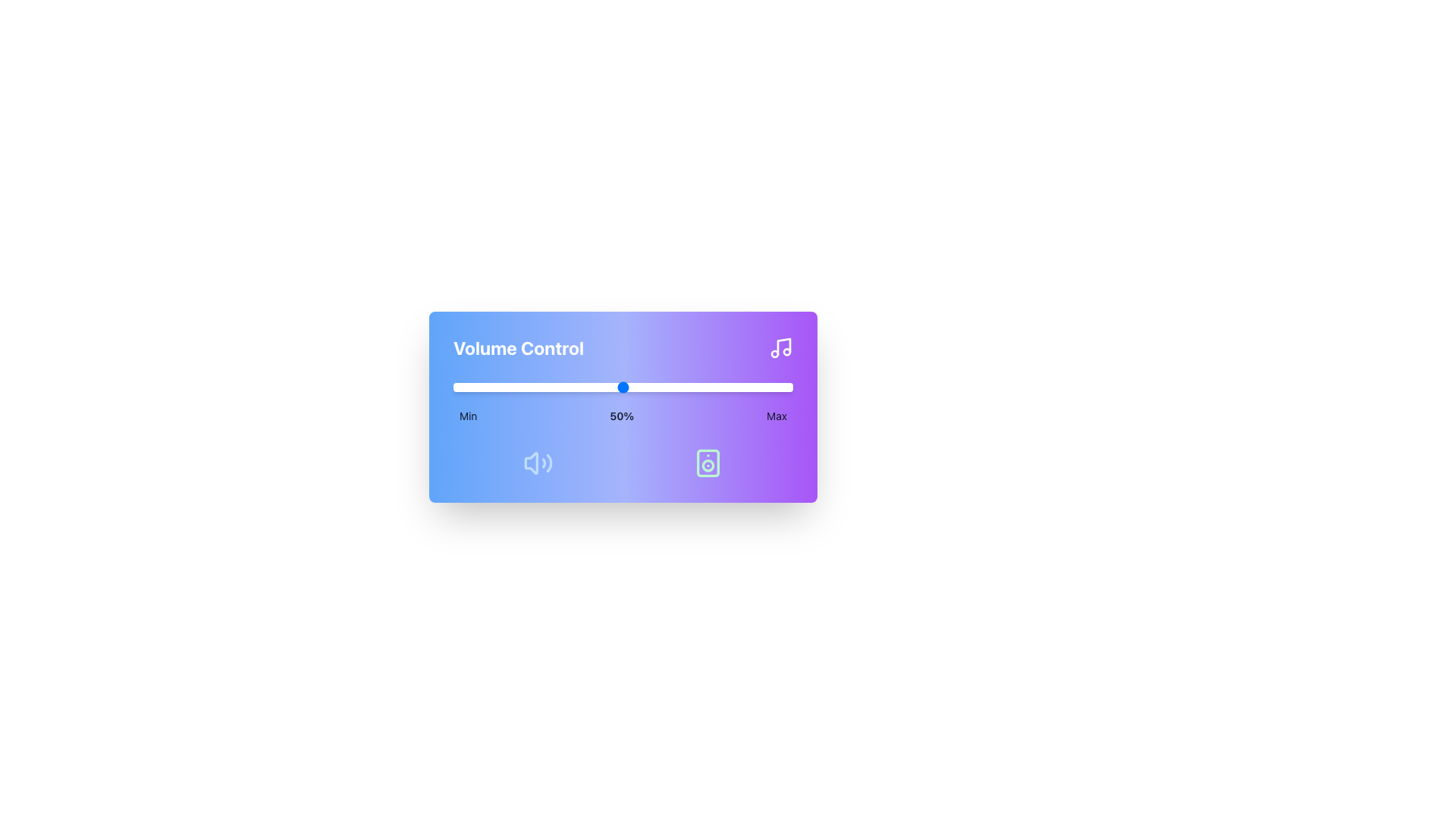 The width and height of the screenshot is (1456, 819). What do you see at coordinates (568, 386) in the screenshot?
I see `the slider` at bounding box center [568, 386].